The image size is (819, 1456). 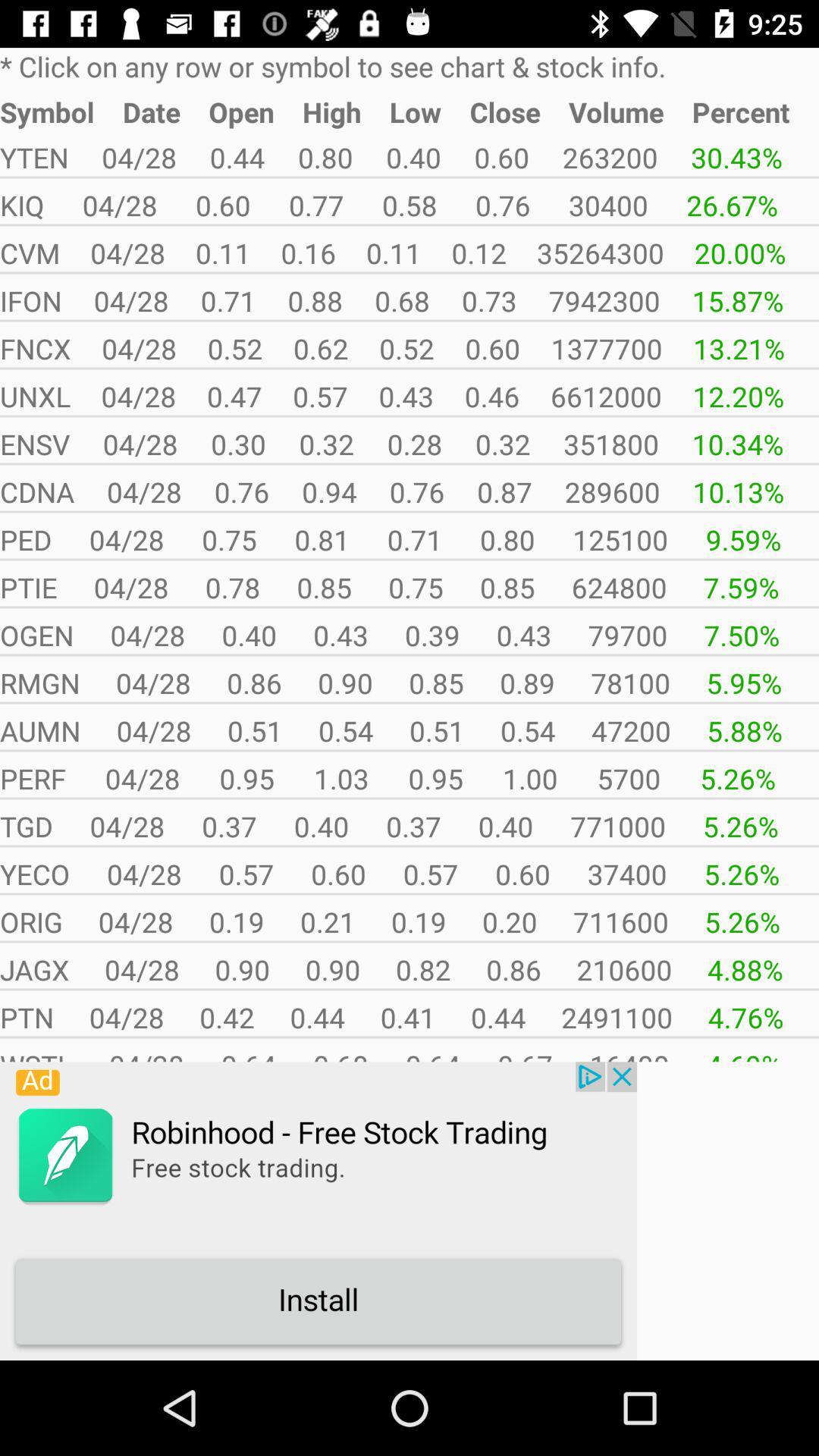 I want to click on install app, so click(x=318, y=1210).